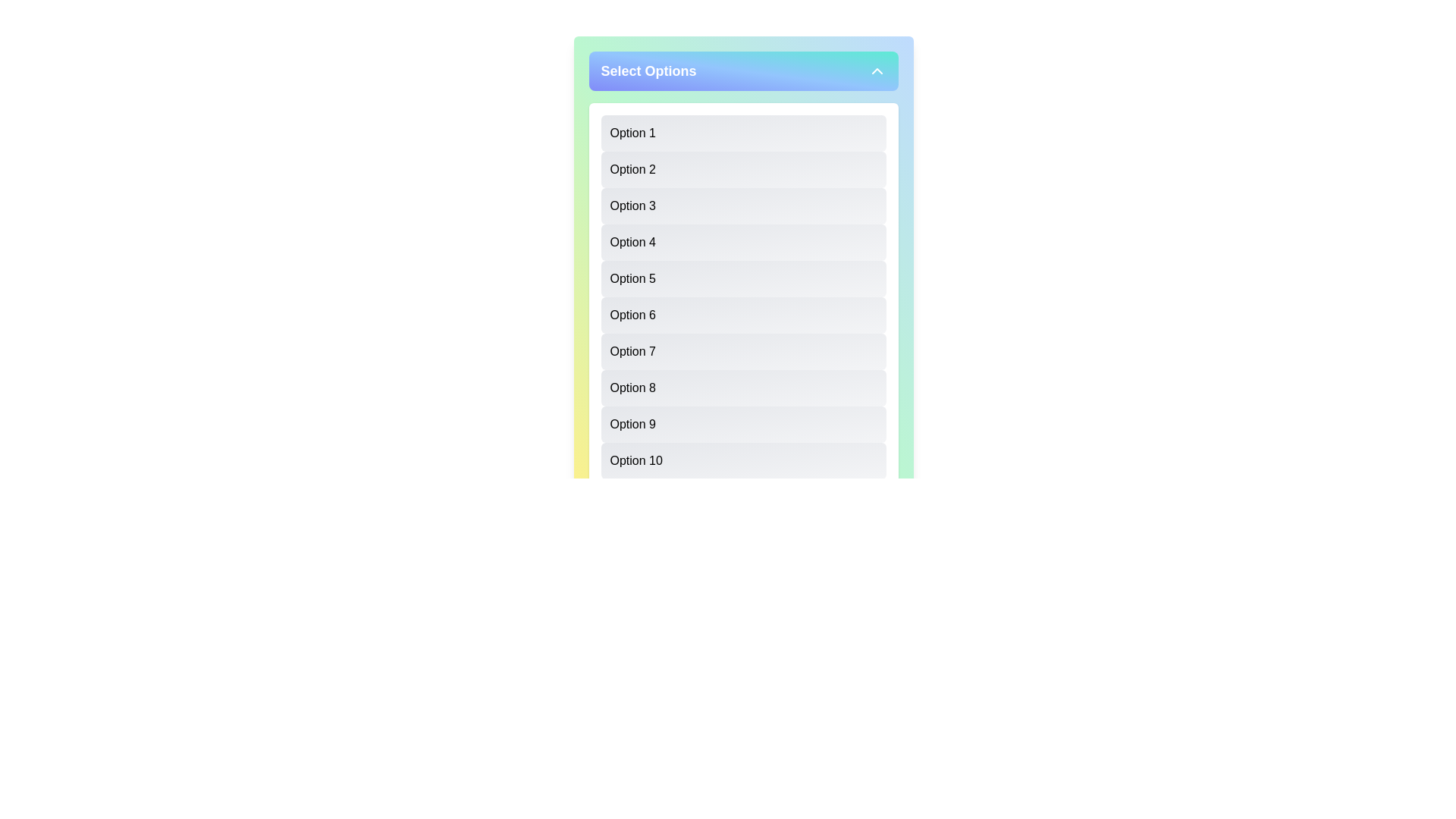  What do you see at coordinates (632, 351) in the screenshot?
I see `the label styled as a list item with the text 'Option 7' in the vertical dropdown menu` at bounding box center [632, 351].